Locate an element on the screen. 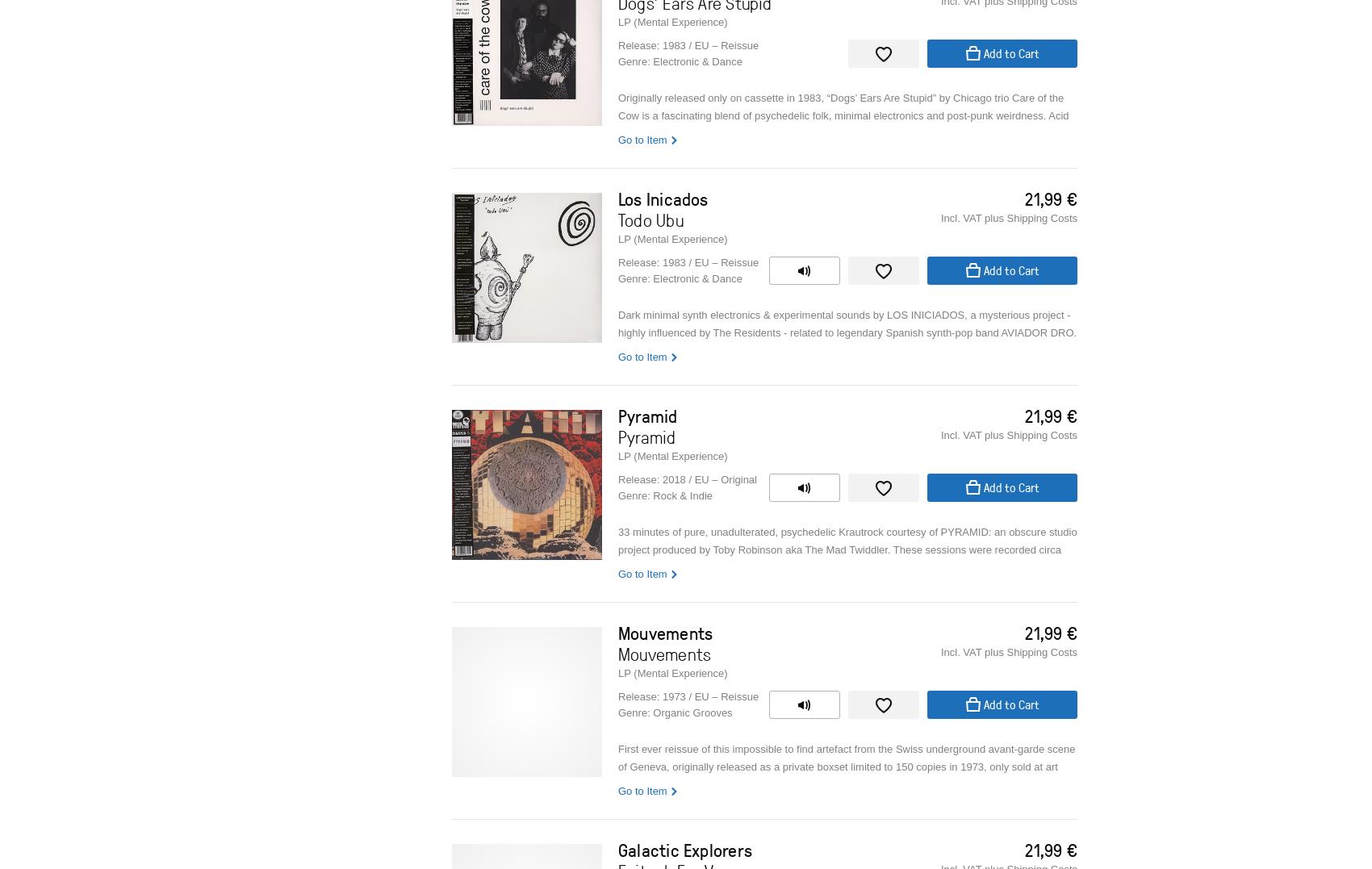 This screenshot has width=1372, height=869. 'Dark minimal synth electronics & experimental sounds by LOS INICIADOS, a mysterious project - highly influenced by The Residents - related to legendary Spanish synth-pop band AVIADOR DRO.' is located at coordinates (846, 324).